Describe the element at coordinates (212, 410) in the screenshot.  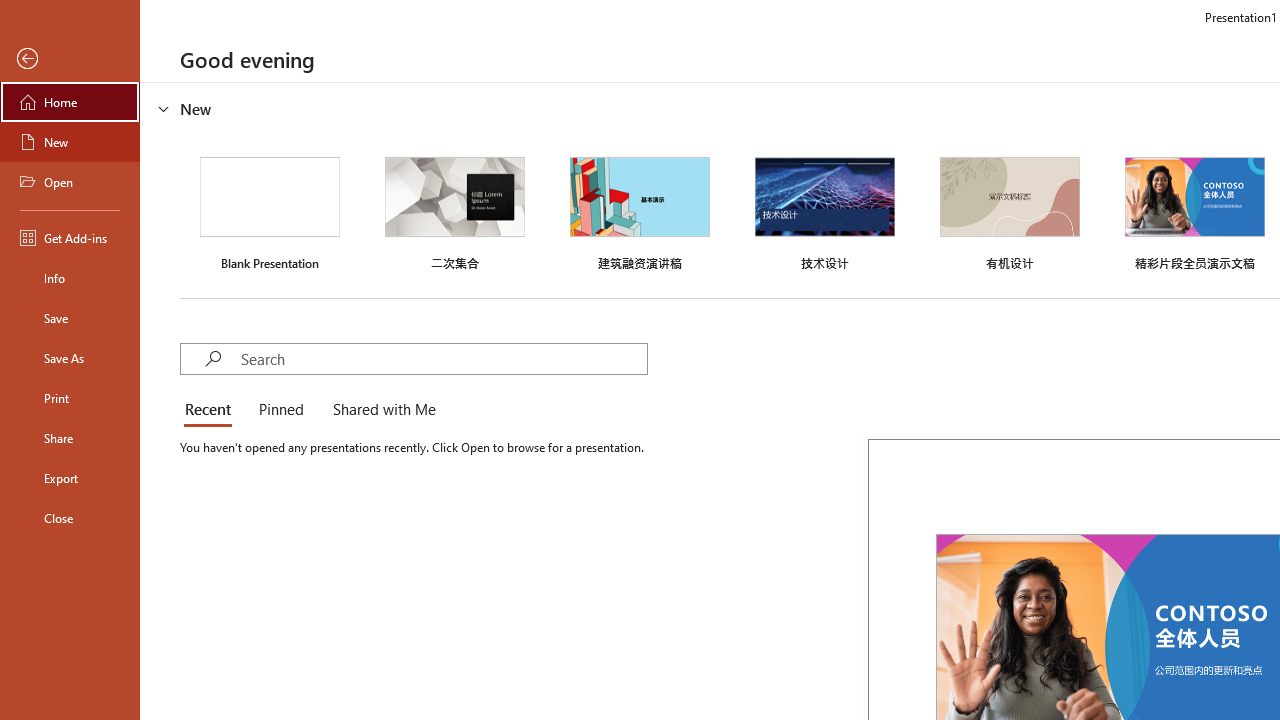
I see `'Recent'` at that location.